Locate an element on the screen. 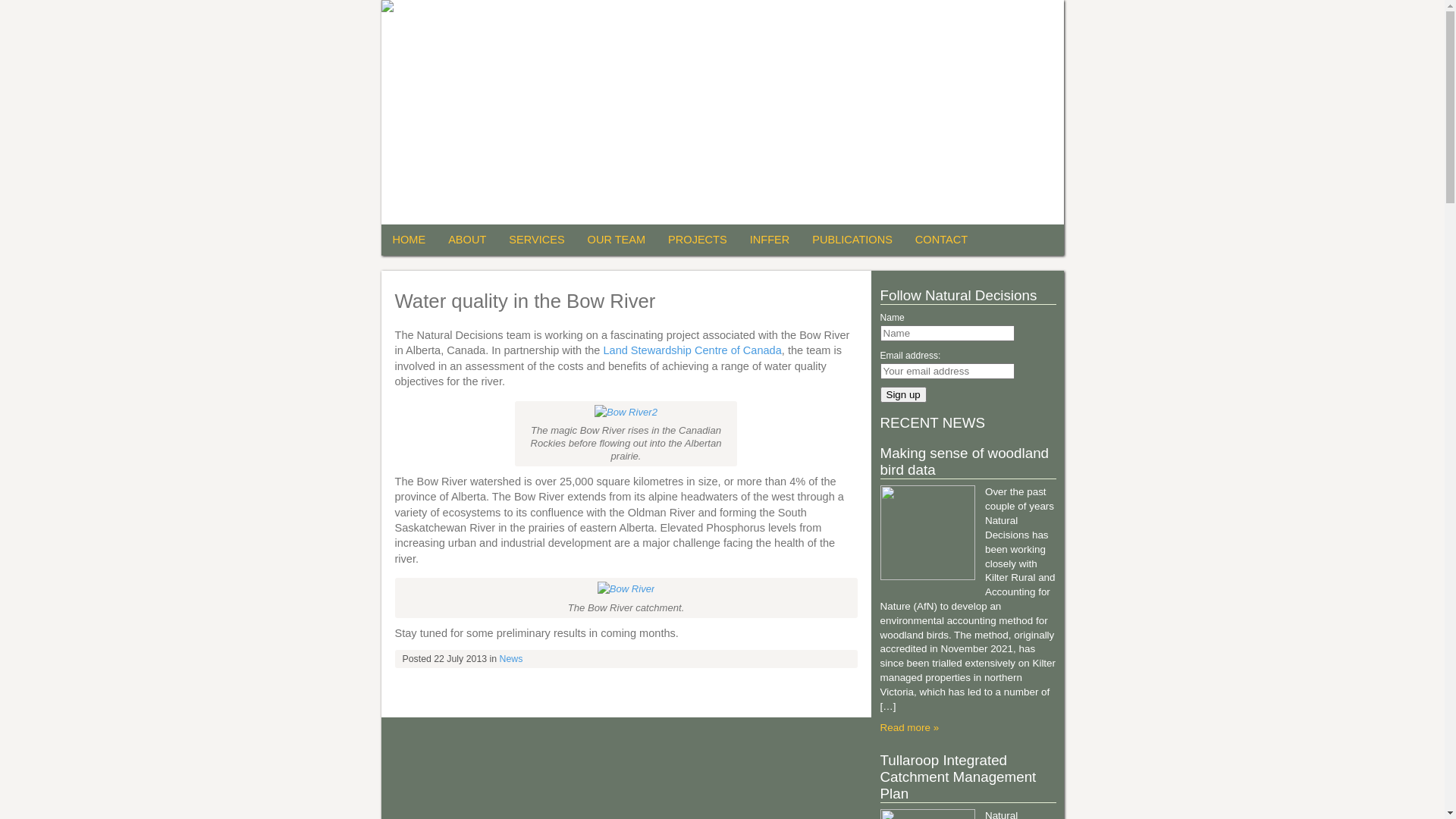  'Tullaroop Integrated Catchment Management Plan' is located at coordinates (956, 777).